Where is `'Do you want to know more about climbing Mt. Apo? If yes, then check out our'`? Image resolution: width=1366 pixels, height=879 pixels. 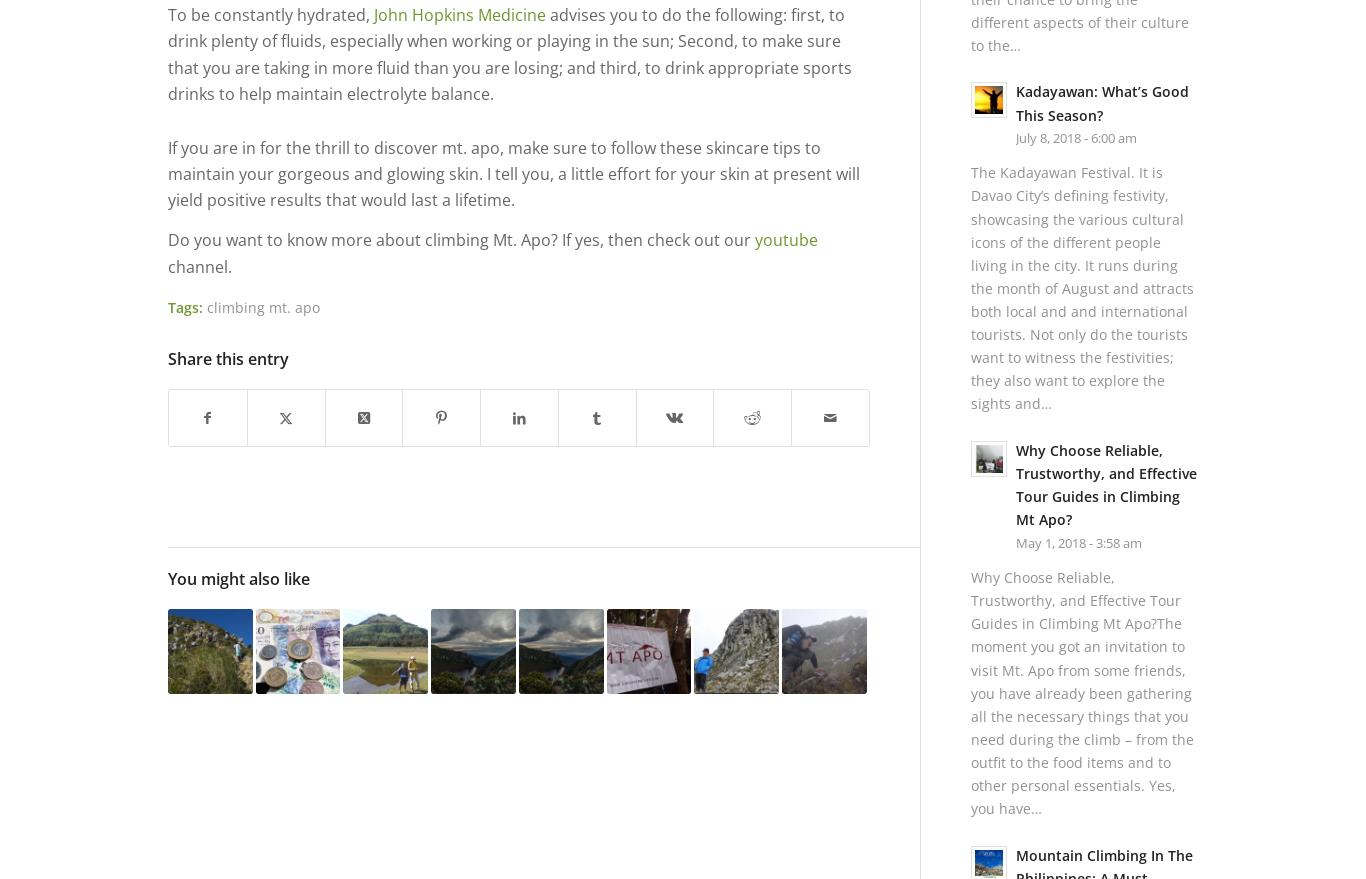 'Do you want to know more about climbing Mt. Apo? If yes, then check out our' is located at coordinates (167, 239).